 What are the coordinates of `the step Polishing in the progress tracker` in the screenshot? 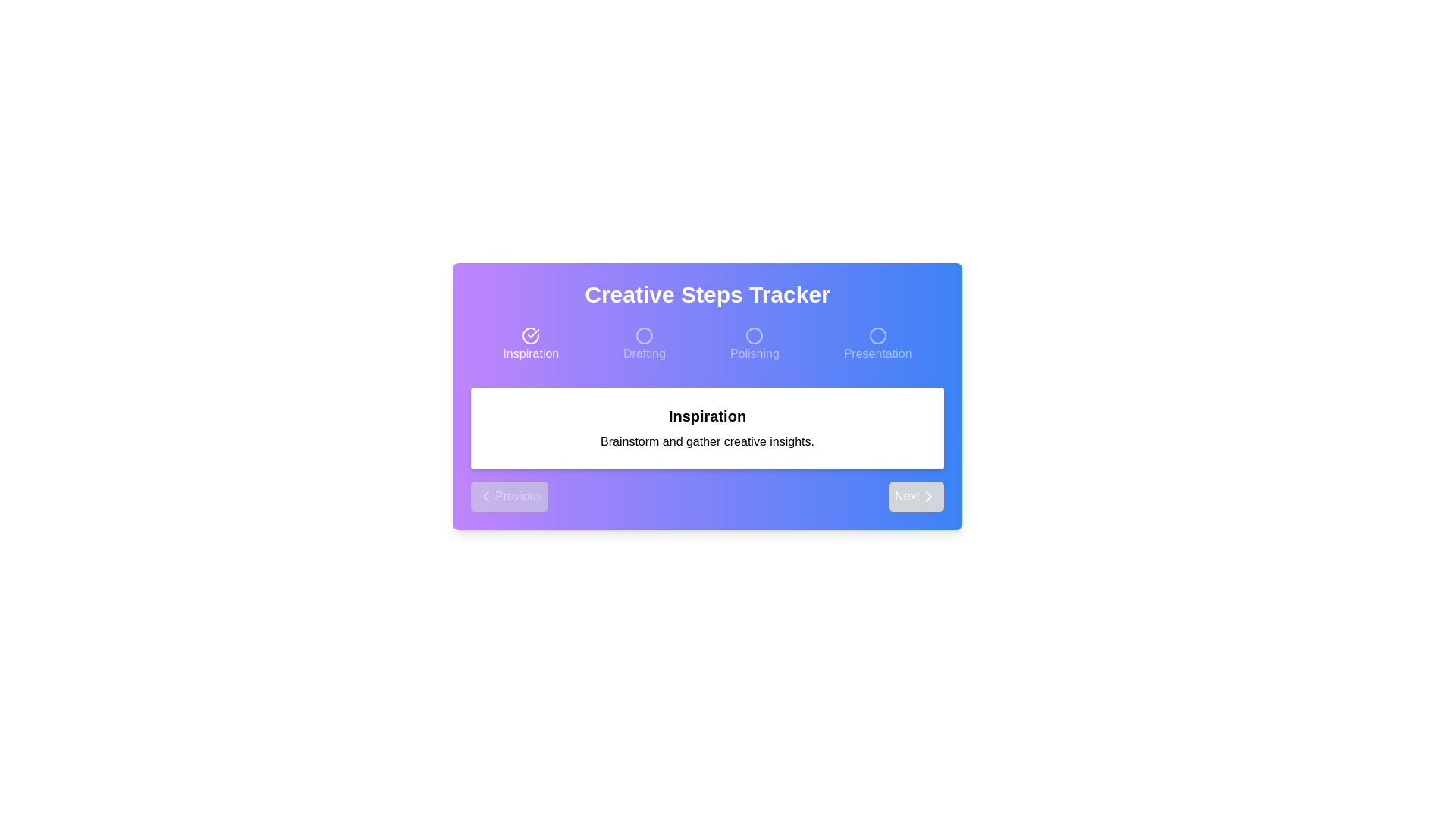 It's located at (754, 345).